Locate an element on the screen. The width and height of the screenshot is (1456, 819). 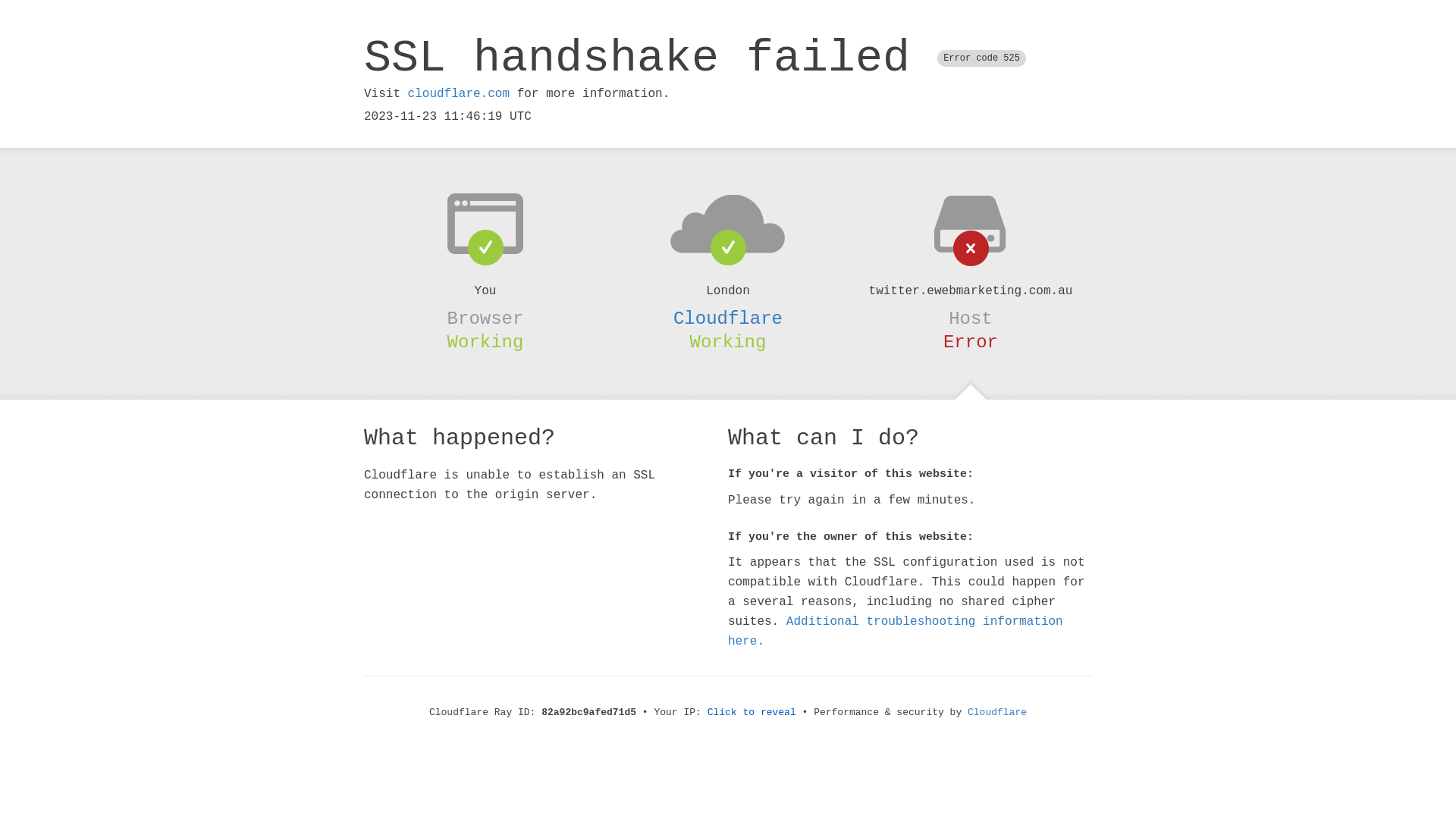
'Click to reveal' is located at coordinates (752, 712).